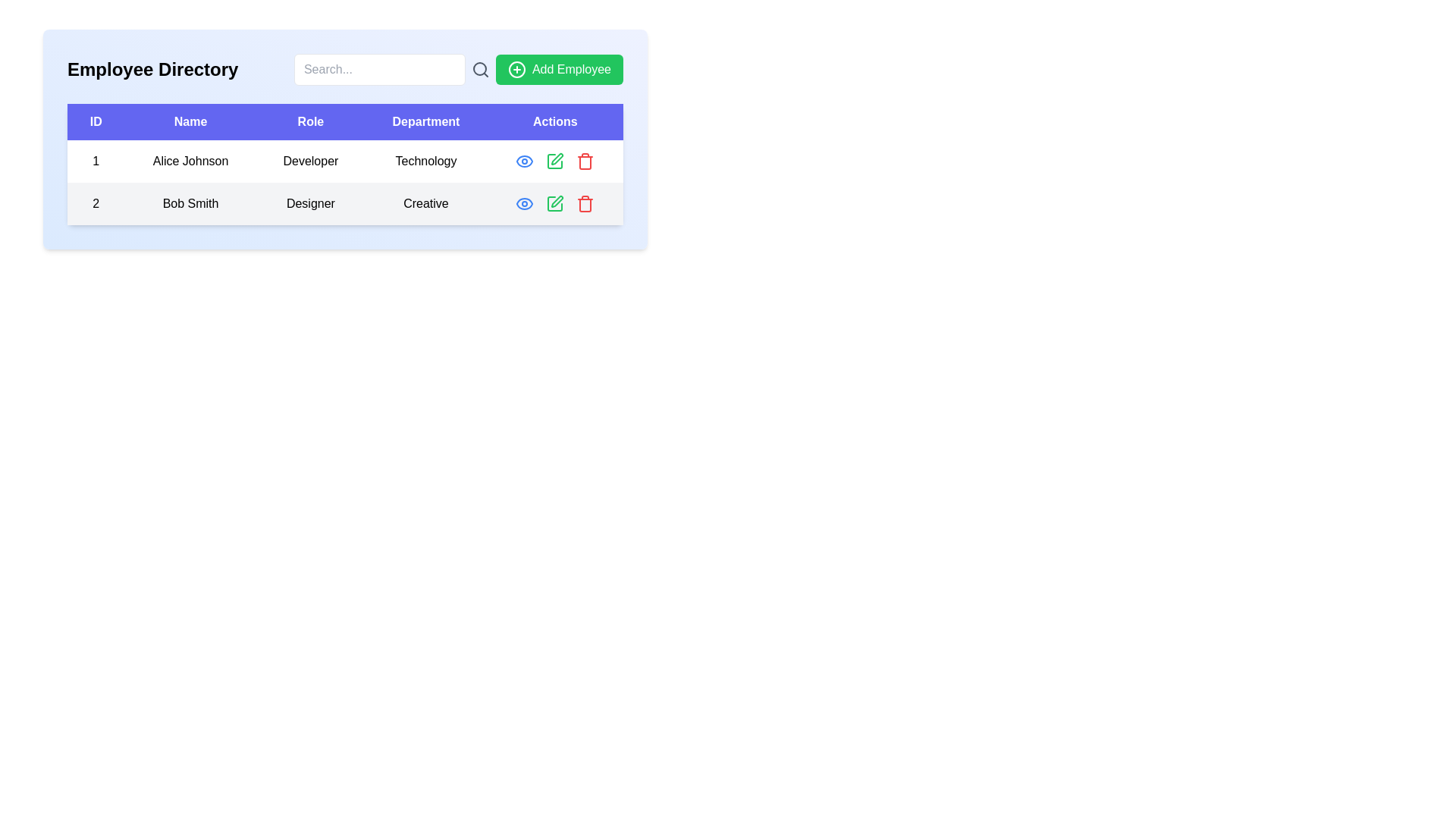 Image resolution: width=1456 pixels, height=819 pixels. What do you see at coordinates (554, 161) in the screenshot?
I see `the green editing tool icon located in the 'Actions' column of the second row of the table to initiate the edit action` at bounding box center [554, 161].